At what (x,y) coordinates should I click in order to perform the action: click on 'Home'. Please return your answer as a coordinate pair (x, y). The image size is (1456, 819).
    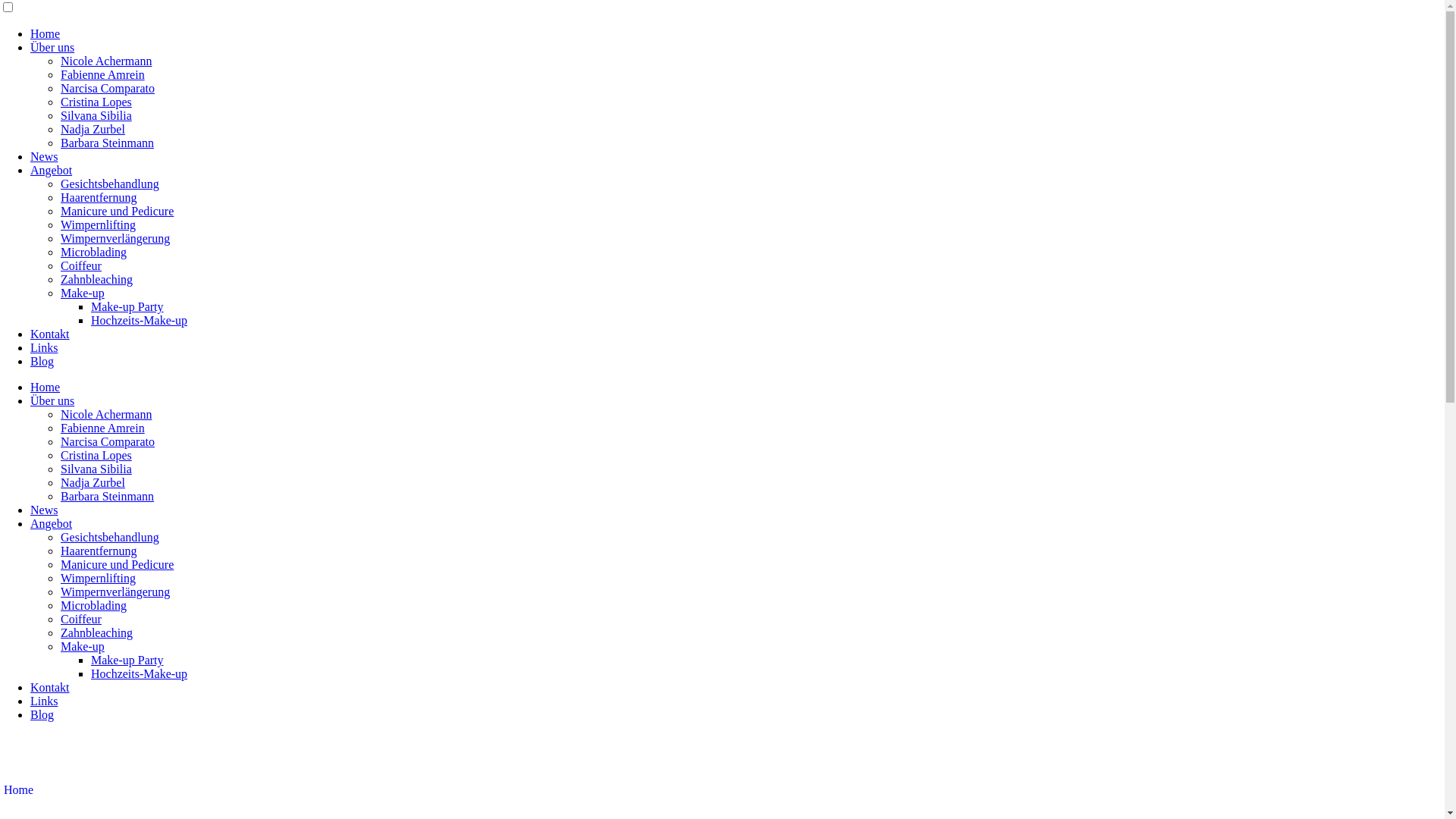
    Looking at the image, I should click on (18, 789).